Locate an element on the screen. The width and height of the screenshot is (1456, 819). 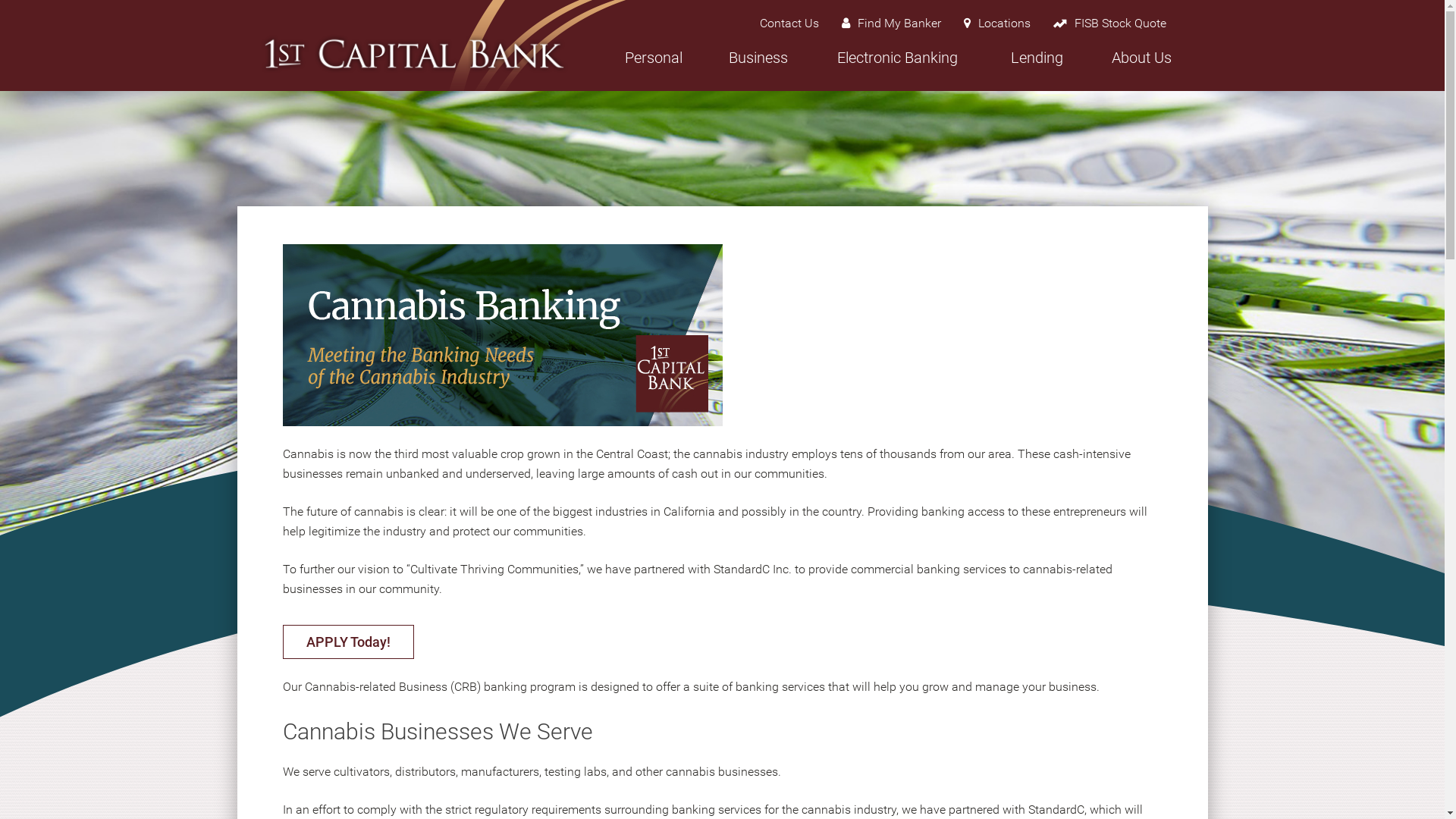
'Locations' is located at coordinates (997, 23).